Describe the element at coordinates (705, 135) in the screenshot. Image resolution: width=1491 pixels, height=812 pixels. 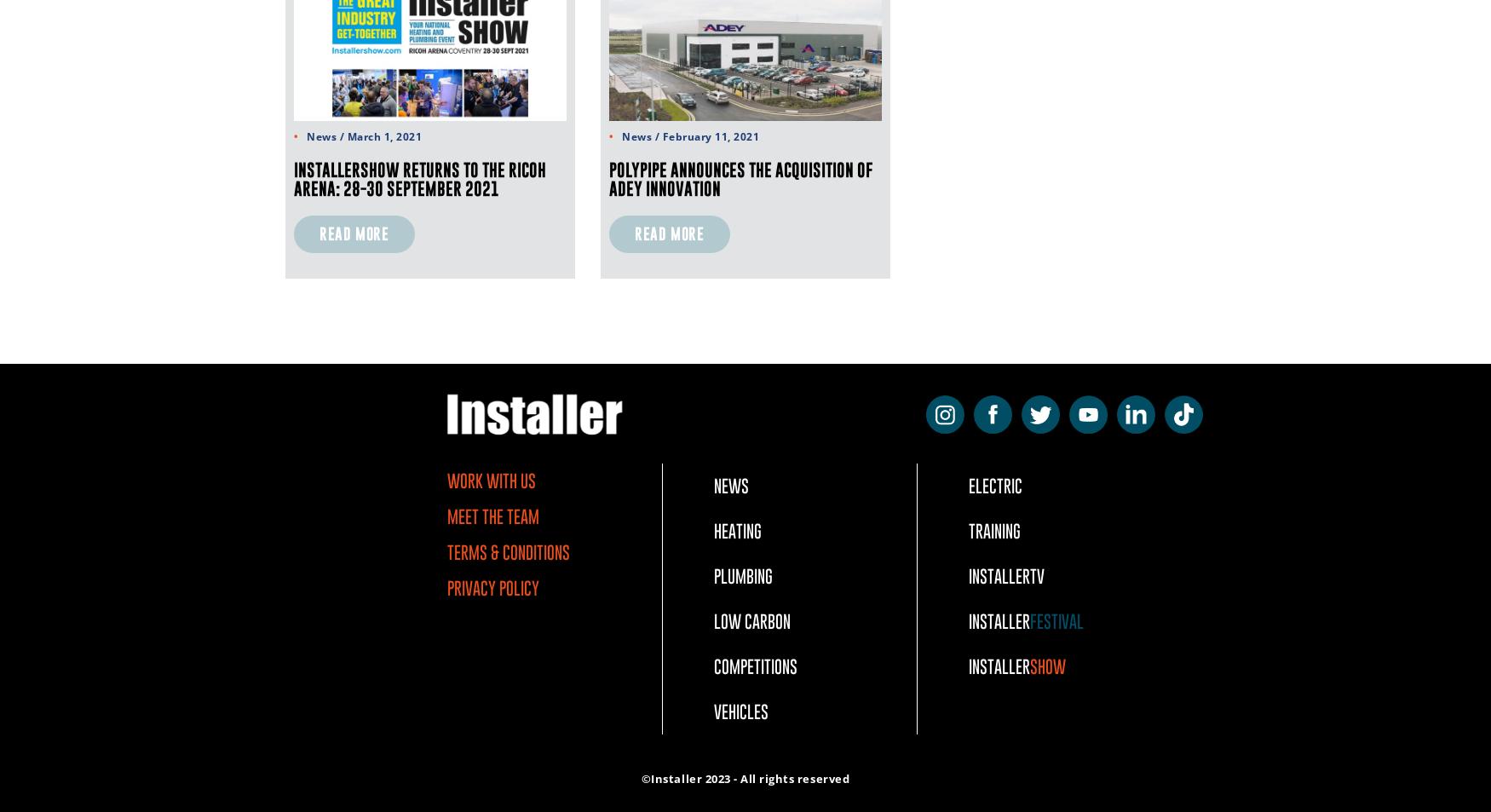
I see `'/ February 11, 2021'` at that location.